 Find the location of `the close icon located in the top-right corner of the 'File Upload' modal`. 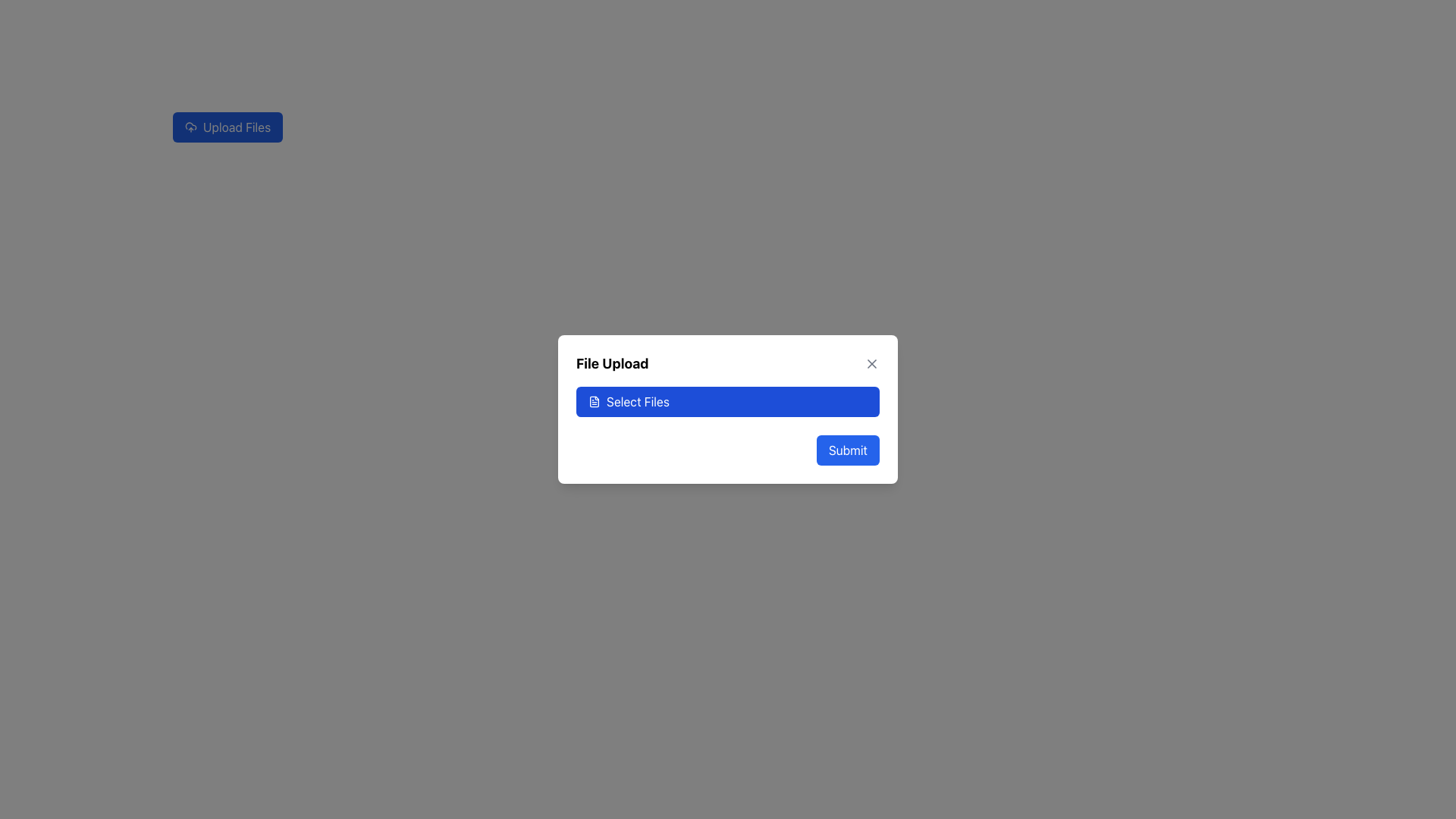

the close icon located in the top-right corner of the 'File Upload' modal is located at coordinates (872, 363).